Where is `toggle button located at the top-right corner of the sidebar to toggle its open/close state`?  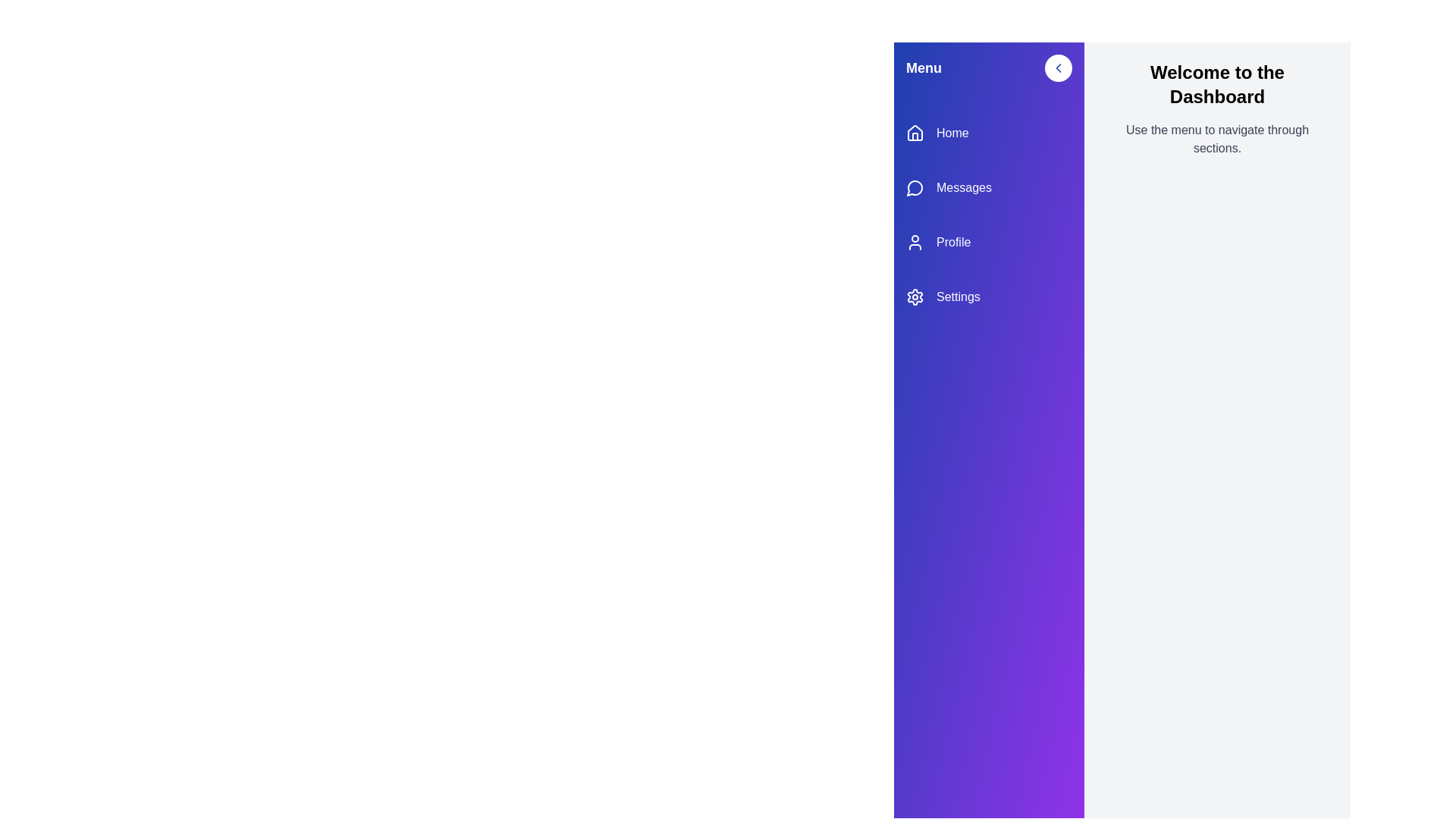
toggle button located at the top-right corner of the sidebar to toggle its open/close state is located at coordinates (1058, 67).